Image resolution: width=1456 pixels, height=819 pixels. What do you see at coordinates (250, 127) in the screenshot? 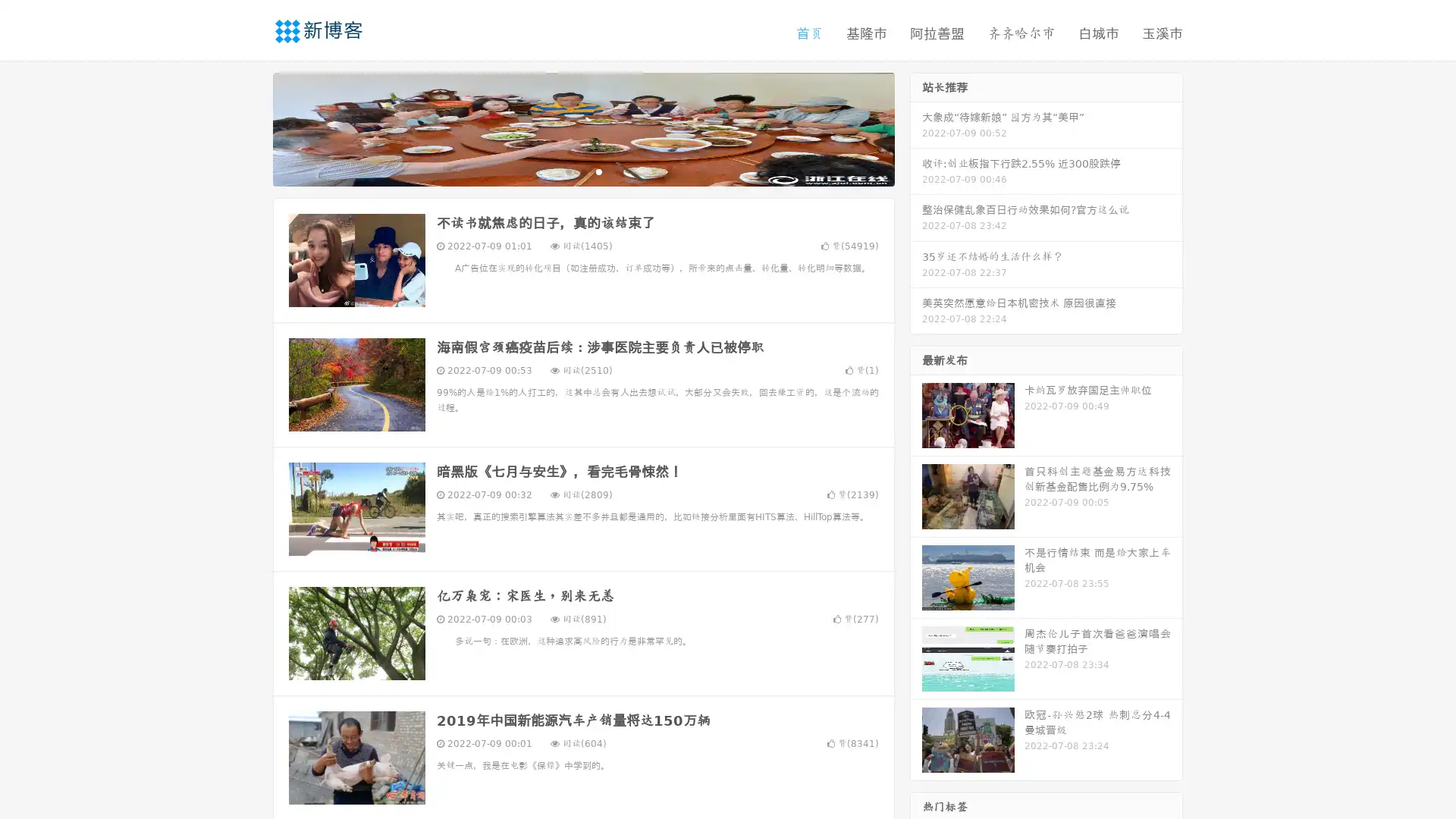
I see `Previous slide` at bounding box center [250, 127].